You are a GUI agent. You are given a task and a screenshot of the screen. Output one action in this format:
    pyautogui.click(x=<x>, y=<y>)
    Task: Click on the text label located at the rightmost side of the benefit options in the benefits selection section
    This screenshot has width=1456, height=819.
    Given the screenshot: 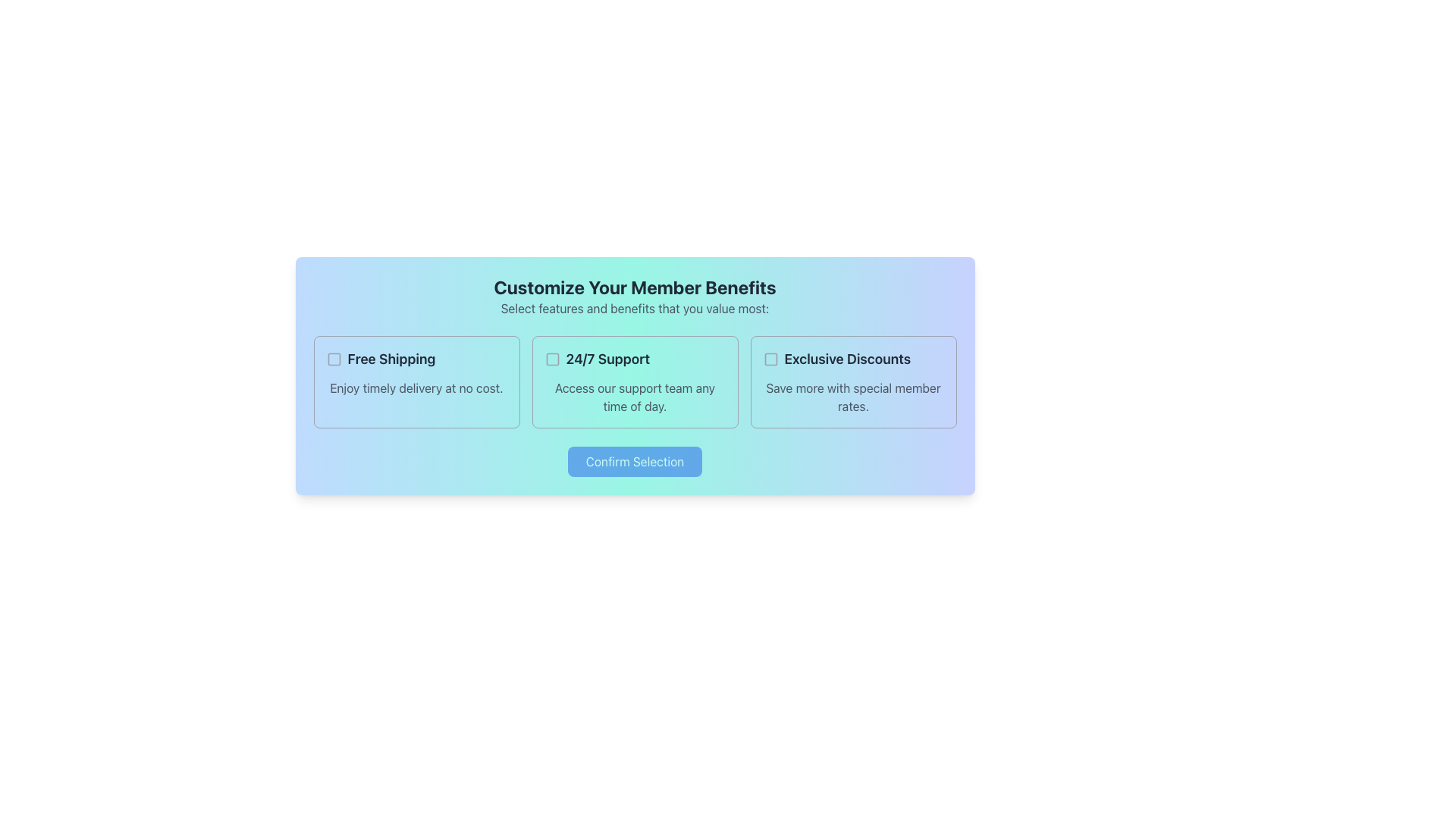 What is the action you would take?
    pyautogui.click(x=846, y=359)
    